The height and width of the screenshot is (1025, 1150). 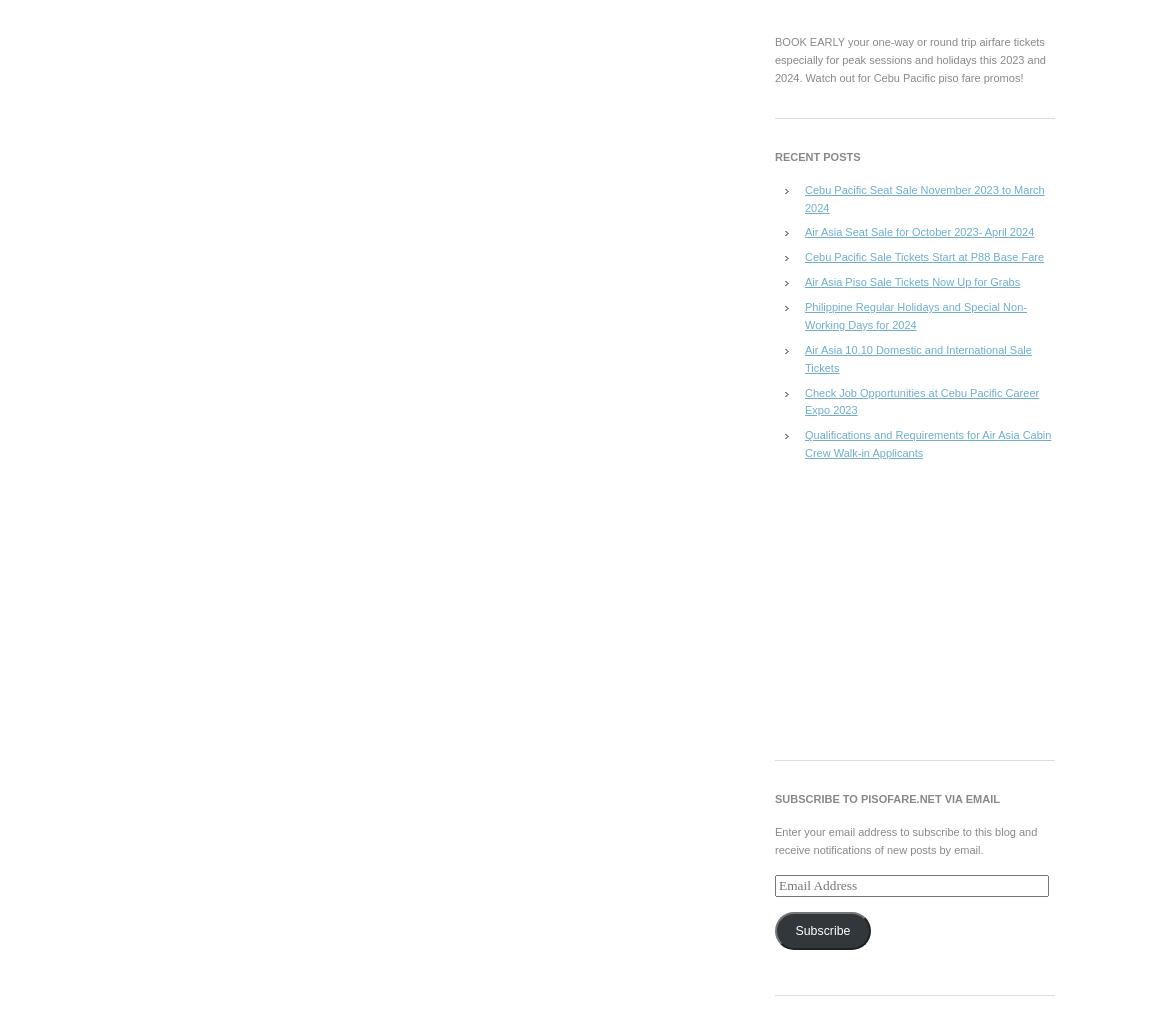 I want to click on 'Qualifications and Requirements for Air Asia Cabin Crew Walk-in Applicants', so click(x=928, y=443).